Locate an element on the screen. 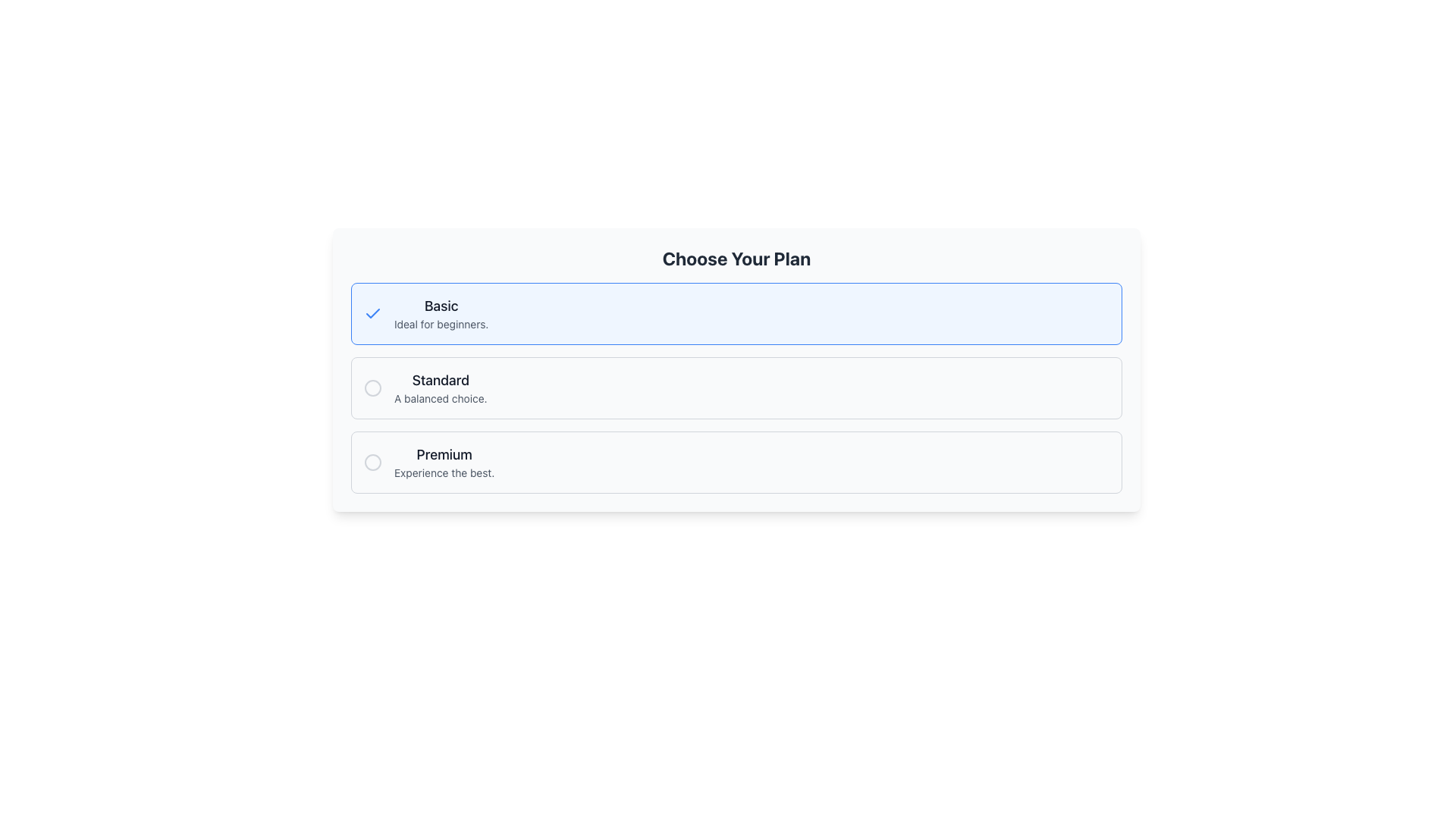  the supplementary description text that provides additional context for the 'Premium' plan, located below the 'Premium' label is located at coordinates (444, 472).